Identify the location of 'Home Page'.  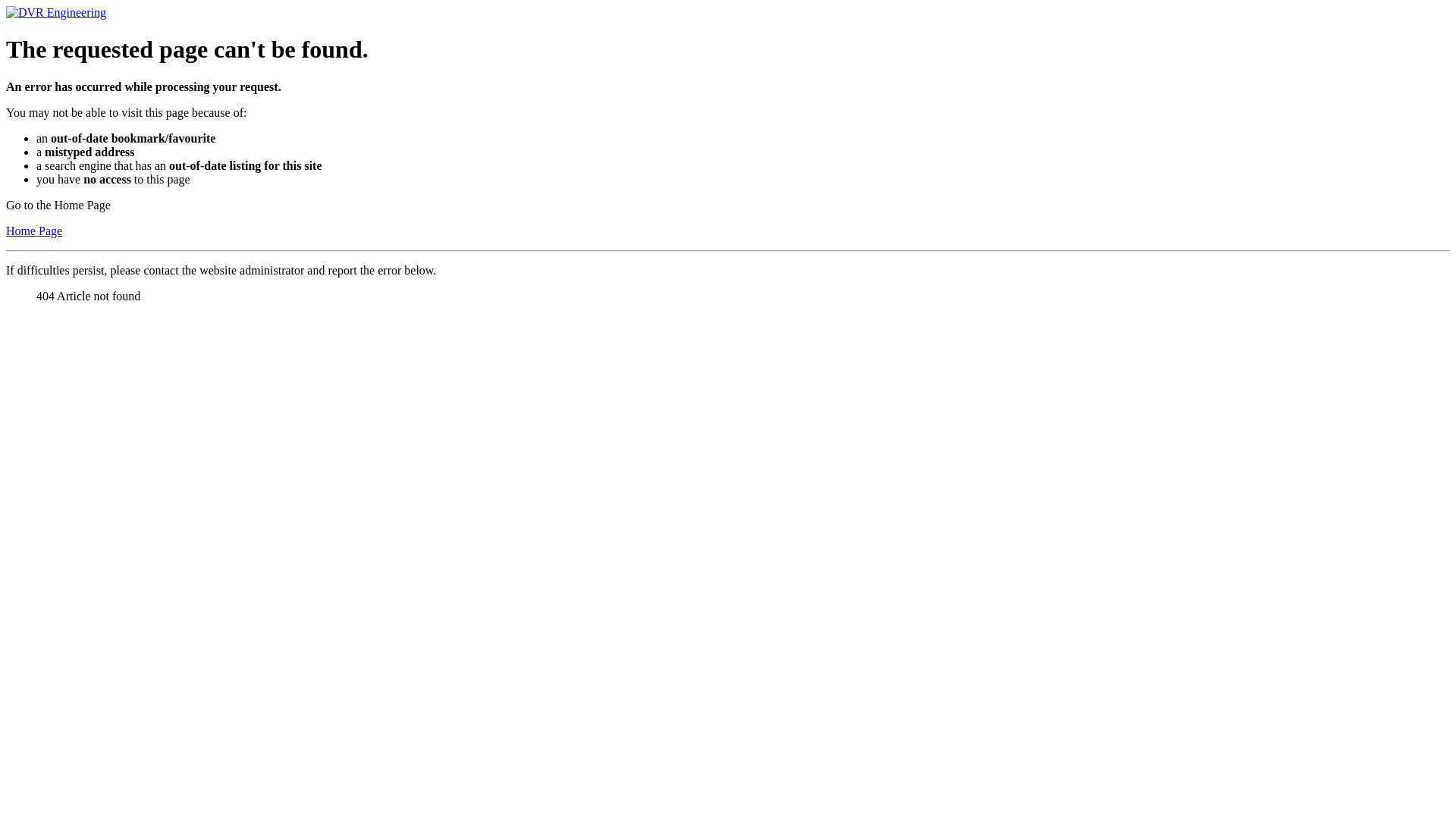
(33, 231).